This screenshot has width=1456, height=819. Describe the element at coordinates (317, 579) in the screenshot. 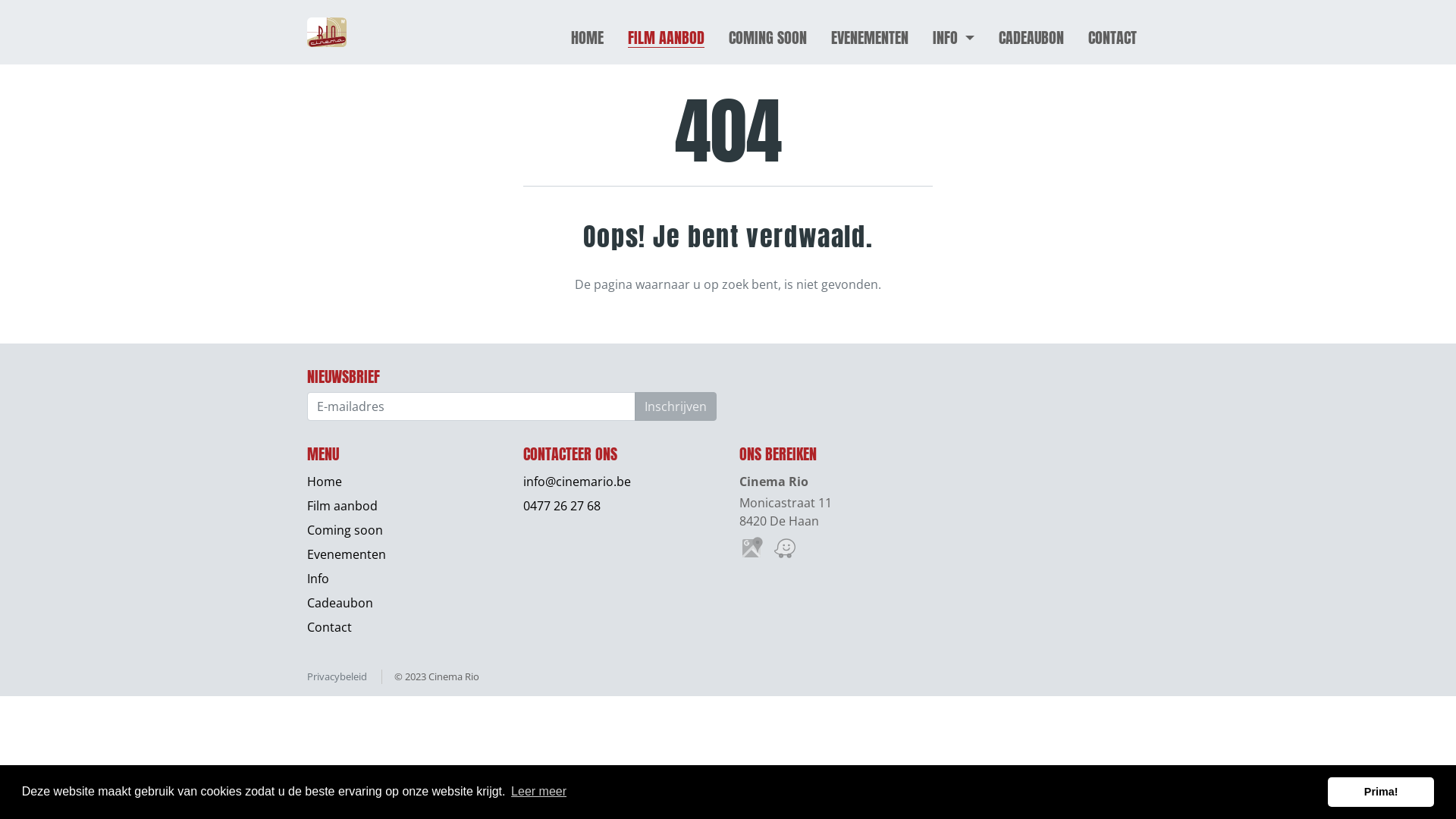

I see `'Info'` at that location.